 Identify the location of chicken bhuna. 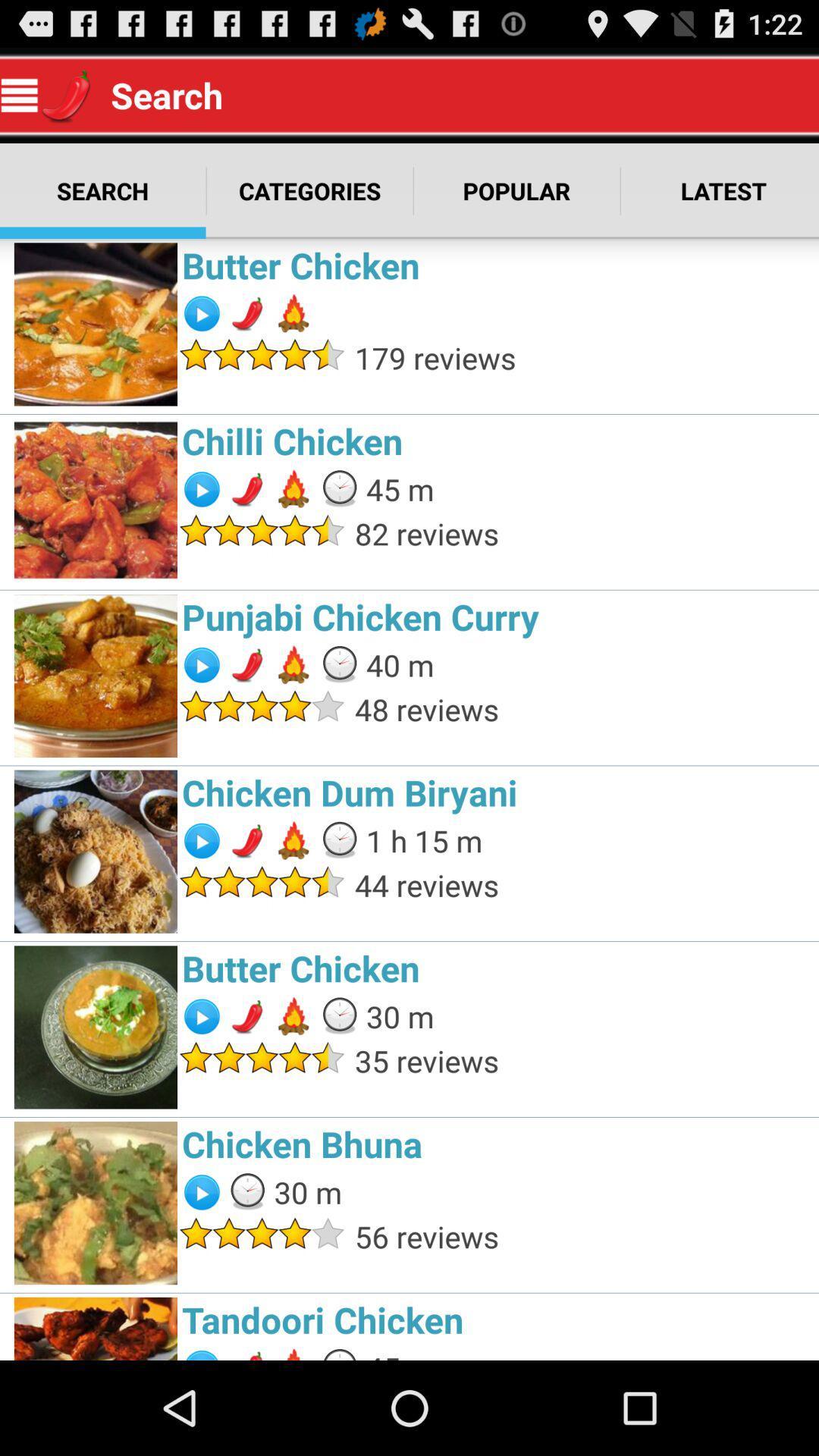
(496, 1144).